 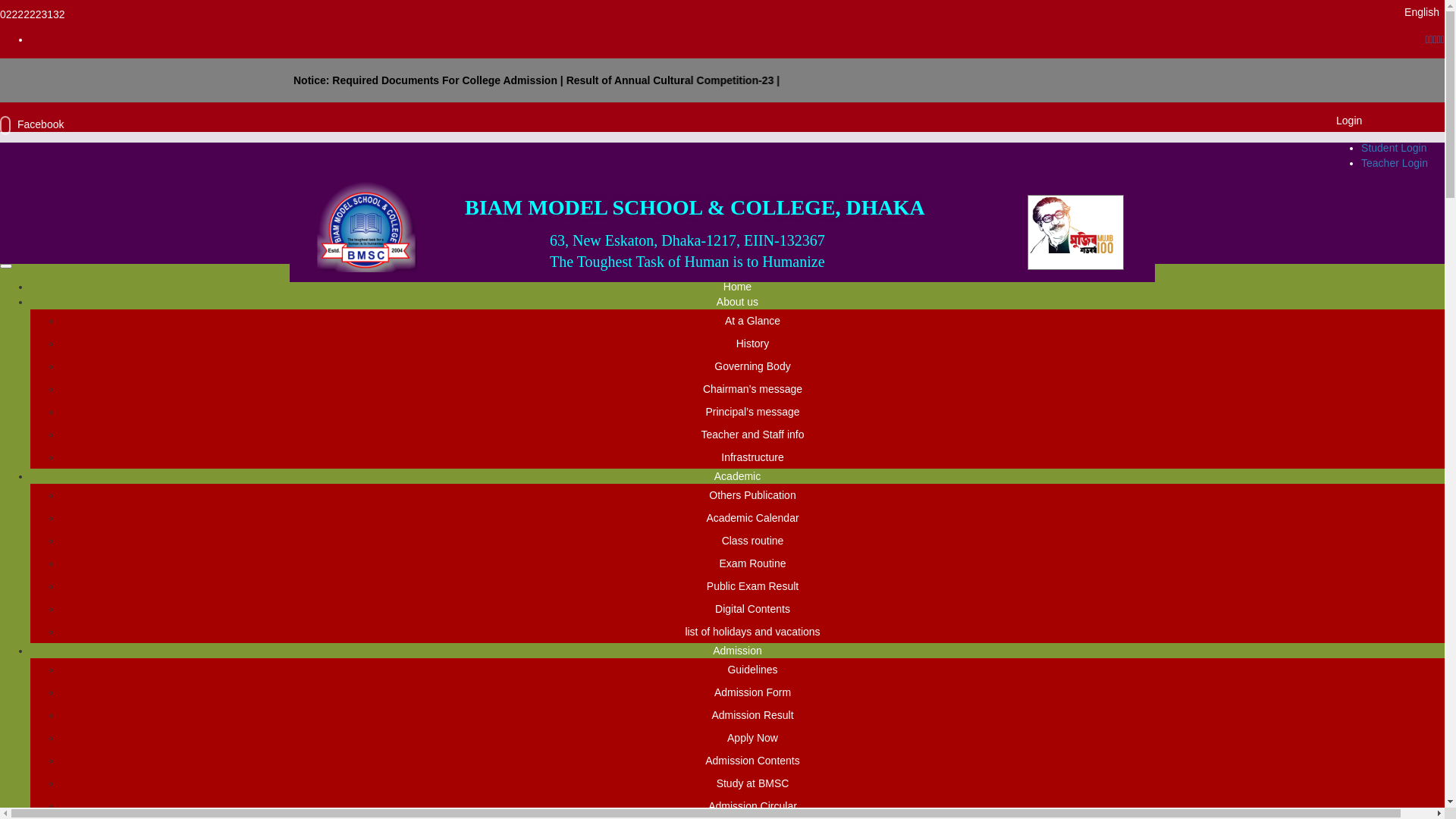 What do you see at coordinates (753, 343) in the screenshot?
I see `'History'` at bounding box center [753, 343].